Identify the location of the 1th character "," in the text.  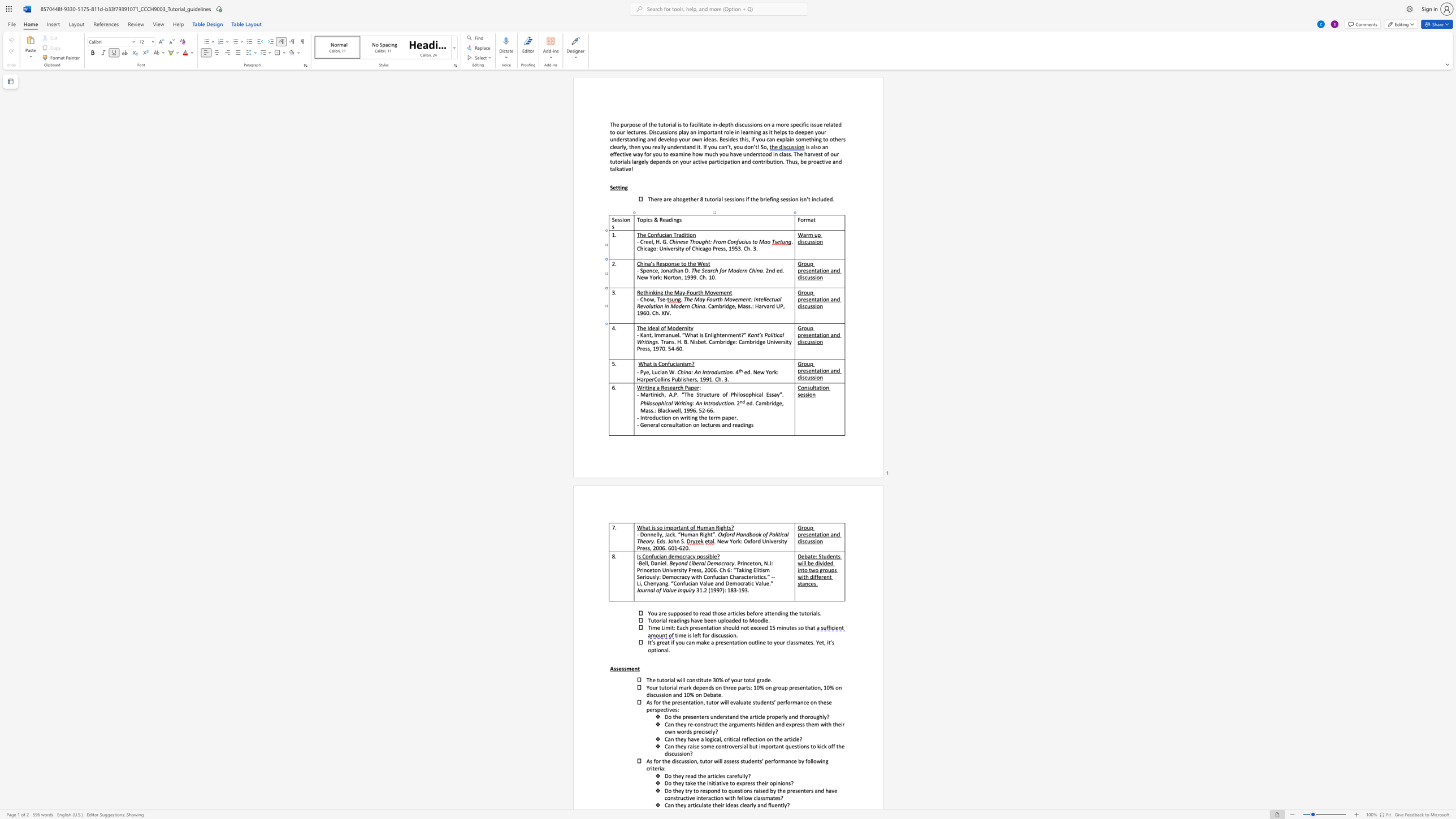
(654, 299).